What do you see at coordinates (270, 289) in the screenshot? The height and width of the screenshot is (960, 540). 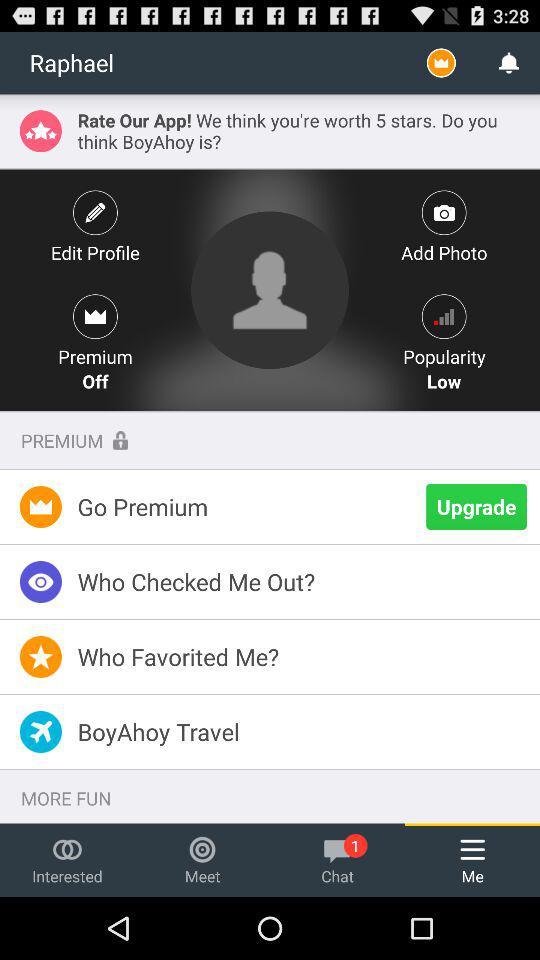 I see `or edit personal image` at bounding box center [270, 289].